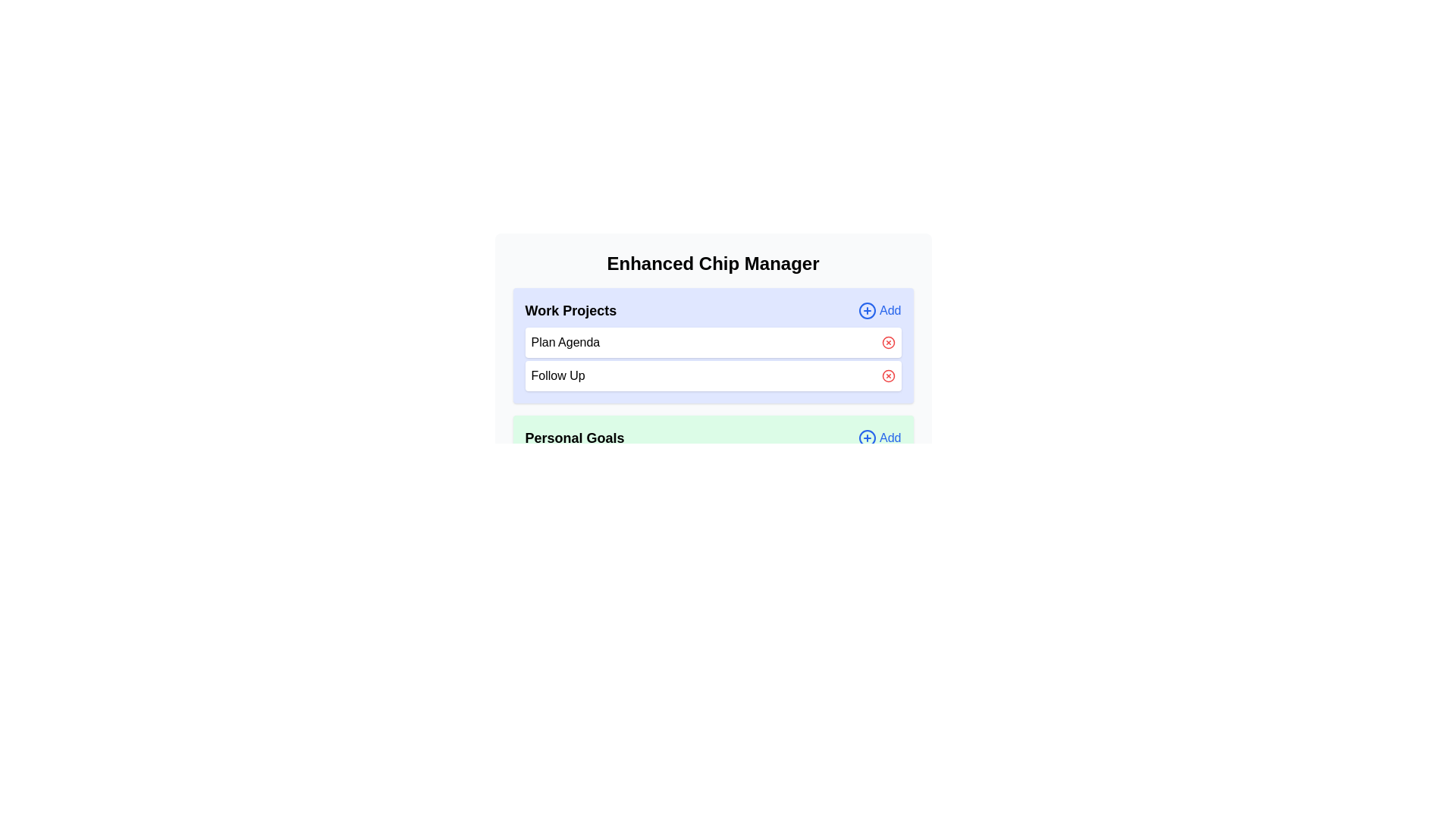 The width and height of the screenshot is (1456, 819). I want to click on 'Add' button for the category 'Personal Goals' to add a new chip, so click(880, 438).